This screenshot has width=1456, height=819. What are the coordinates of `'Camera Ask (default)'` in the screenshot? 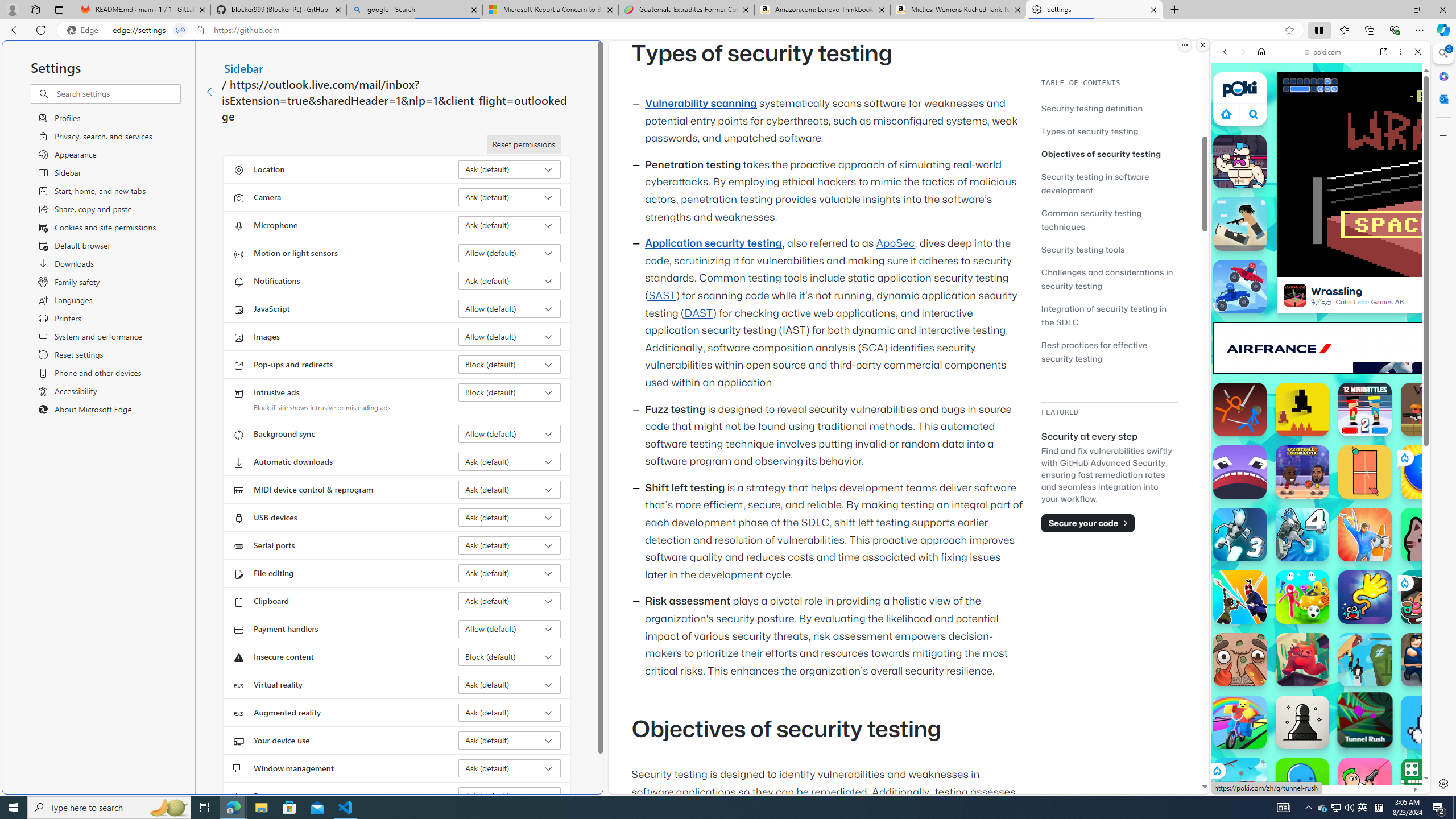 It's located at (510, 197).